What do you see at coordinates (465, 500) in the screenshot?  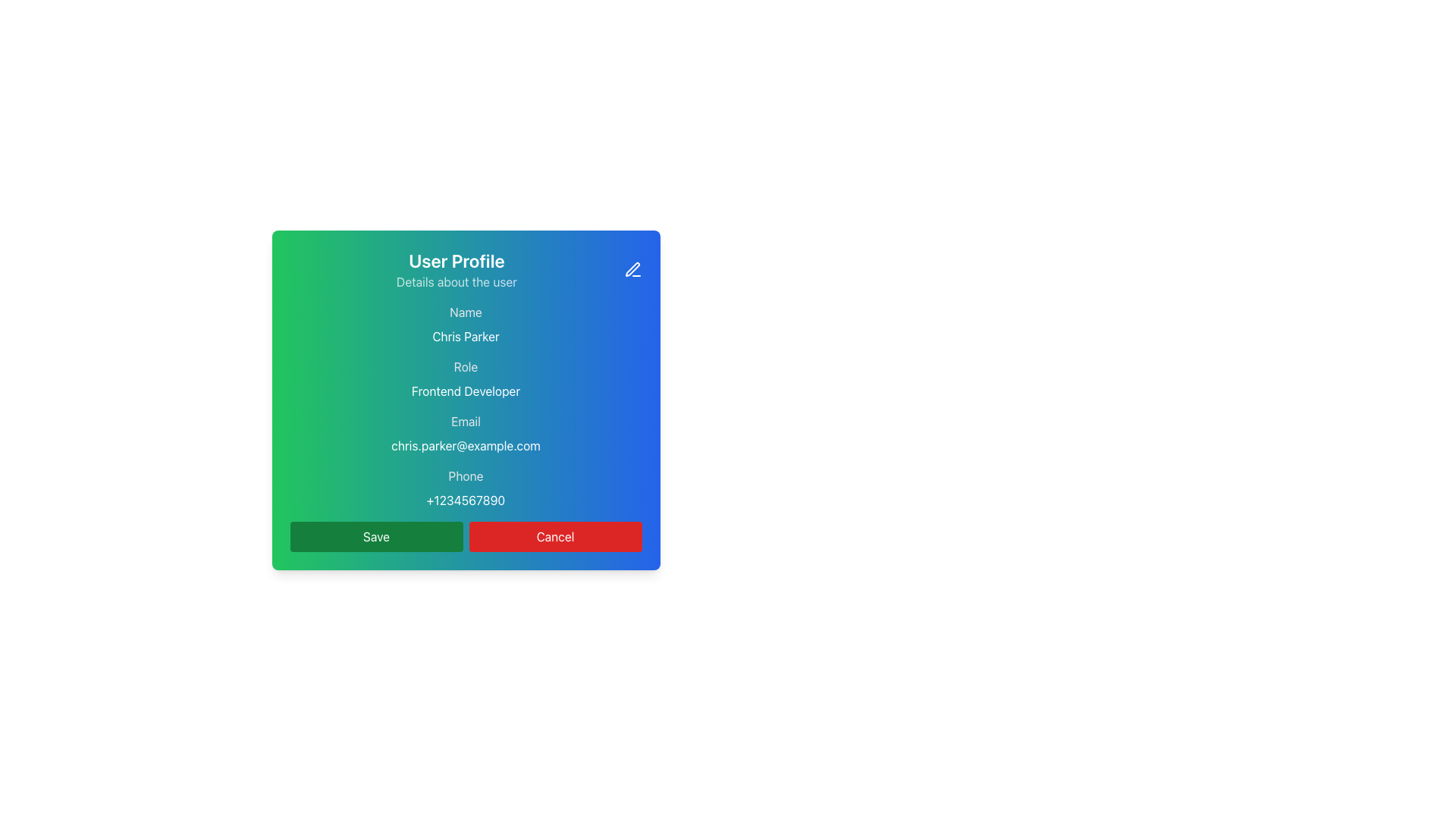 I see `the Static Text displaying '+1234567890' which is positioned below the 'Phone' label in the user profile card layout` at bounding box center [465, 500].